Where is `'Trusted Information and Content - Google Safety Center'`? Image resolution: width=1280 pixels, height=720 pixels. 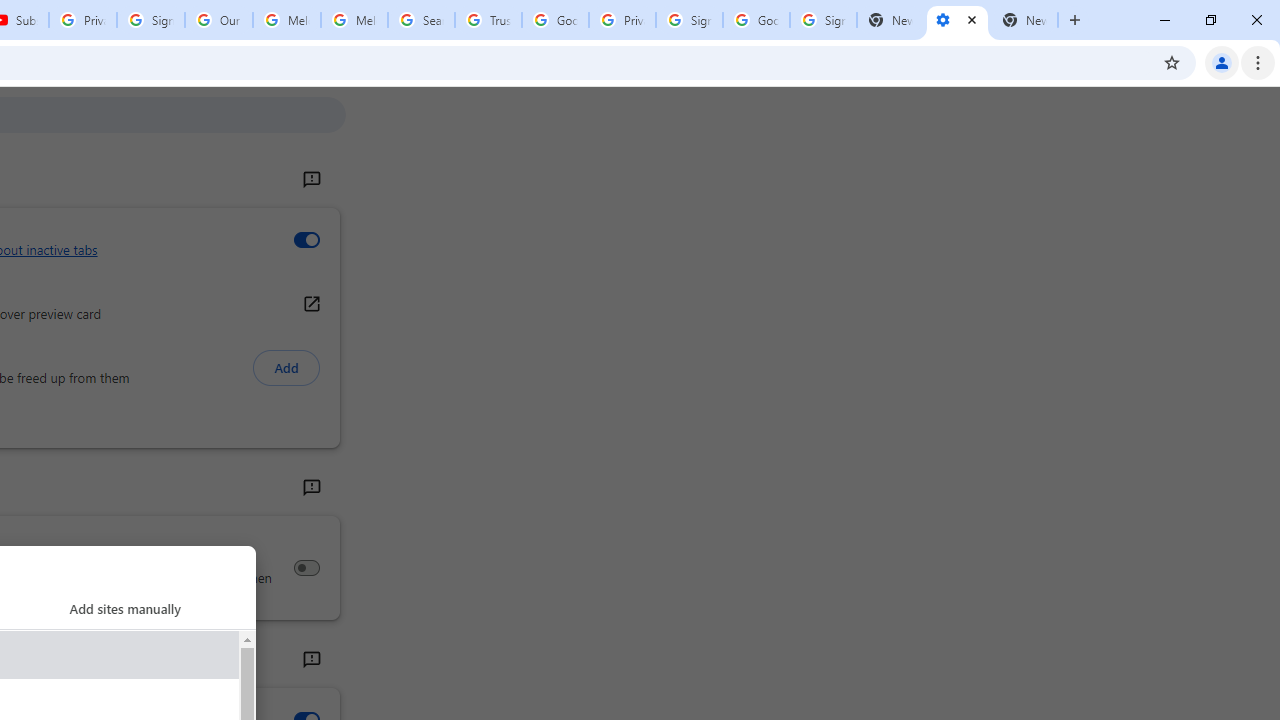
'Trusted Information and Content - Google Safety Center' is located at coordinates (488, 20).